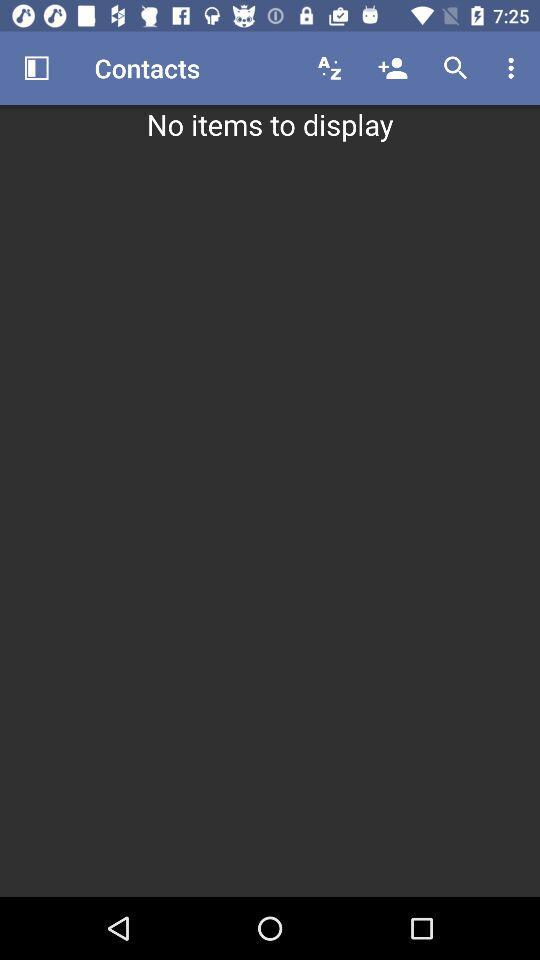 Image resolution: width=540 pixels, height=960 pixels. I want to click on the icon next to contacts, so click(36, 68).